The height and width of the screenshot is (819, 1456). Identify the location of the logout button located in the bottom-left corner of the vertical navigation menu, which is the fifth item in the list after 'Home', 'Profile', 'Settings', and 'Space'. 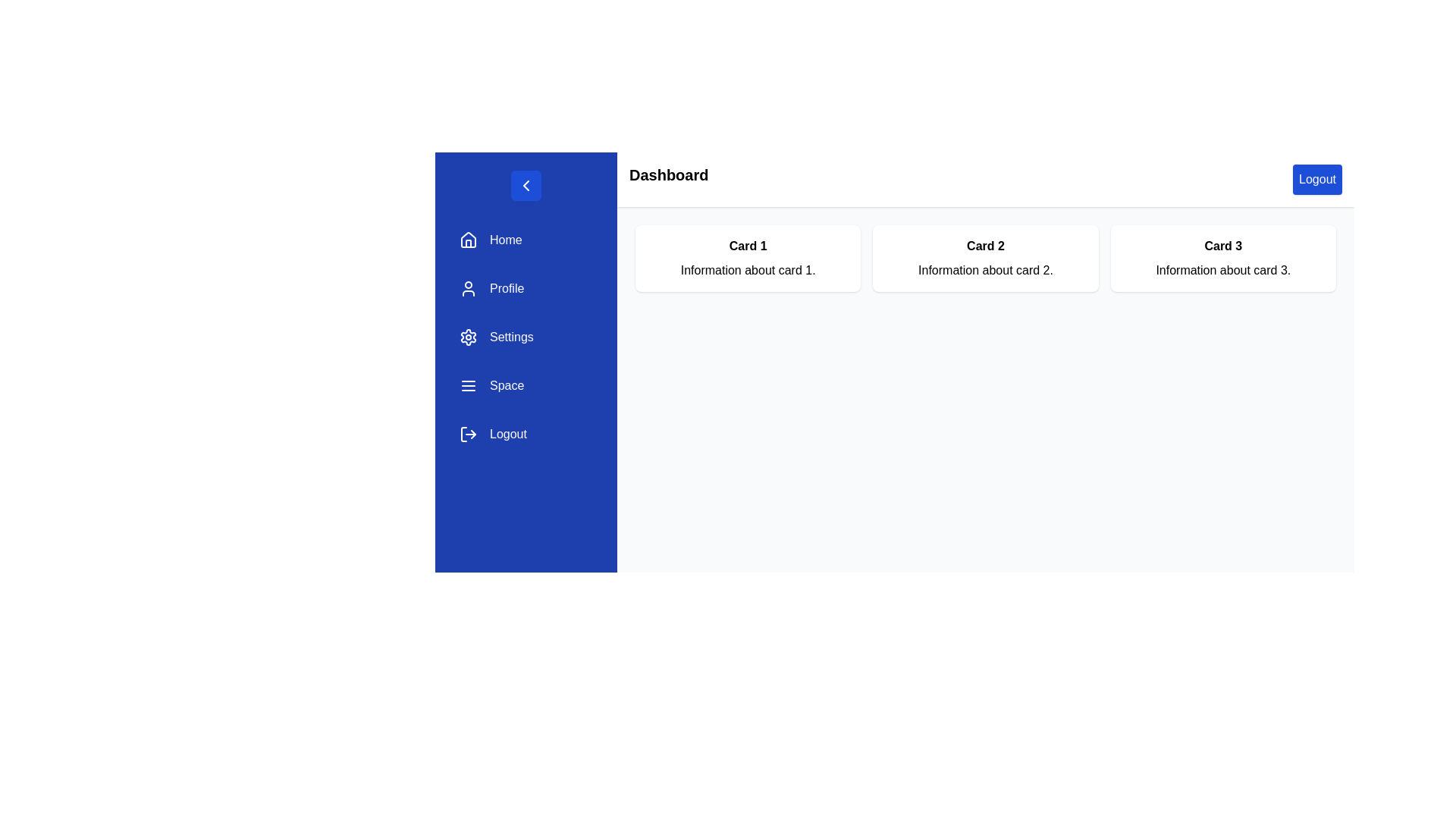
(526, 435).